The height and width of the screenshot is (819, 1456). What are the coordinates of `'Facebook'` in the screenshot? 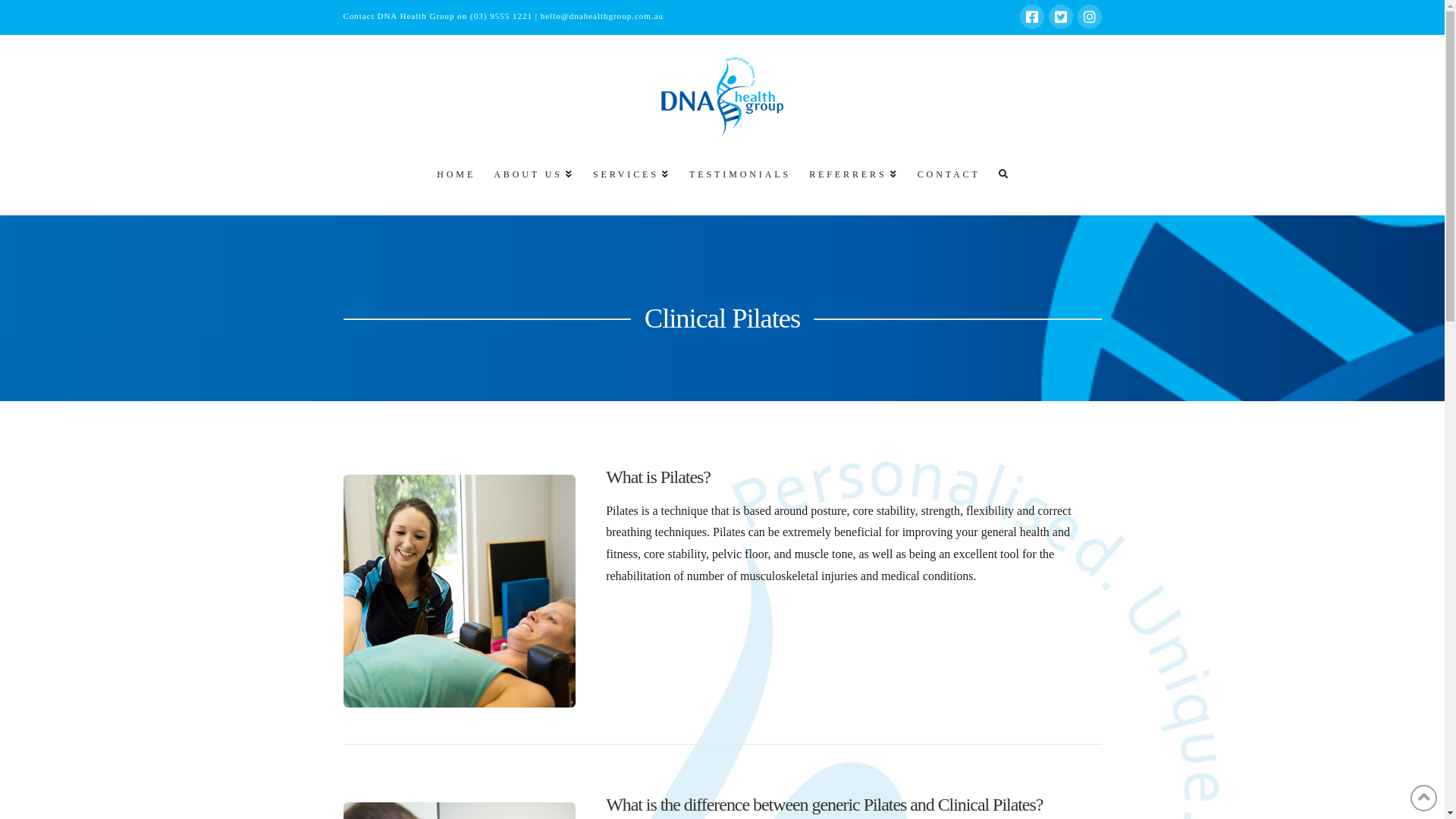 It's located at (1031, 17).